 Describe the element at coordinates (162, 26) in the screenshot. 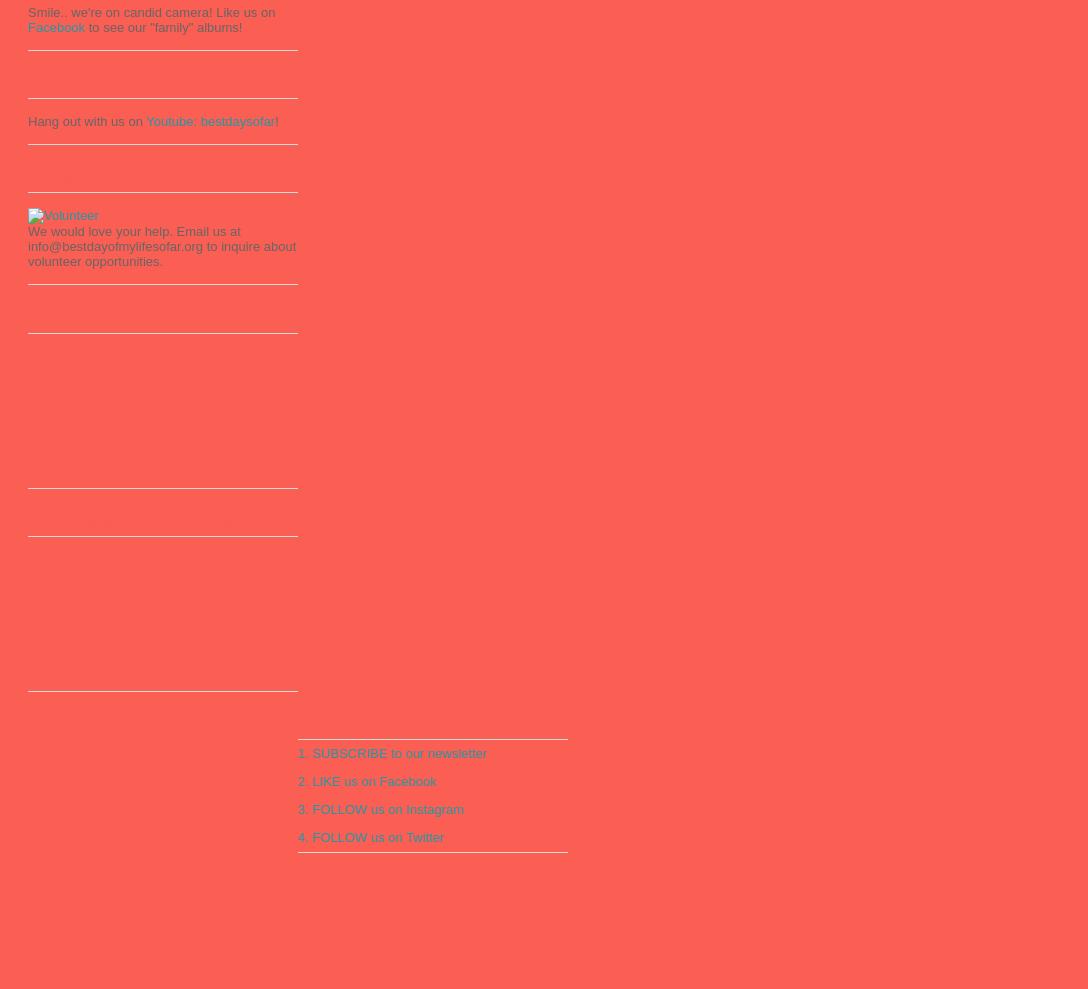

I see `'to see our "family" albums!'` at that location.